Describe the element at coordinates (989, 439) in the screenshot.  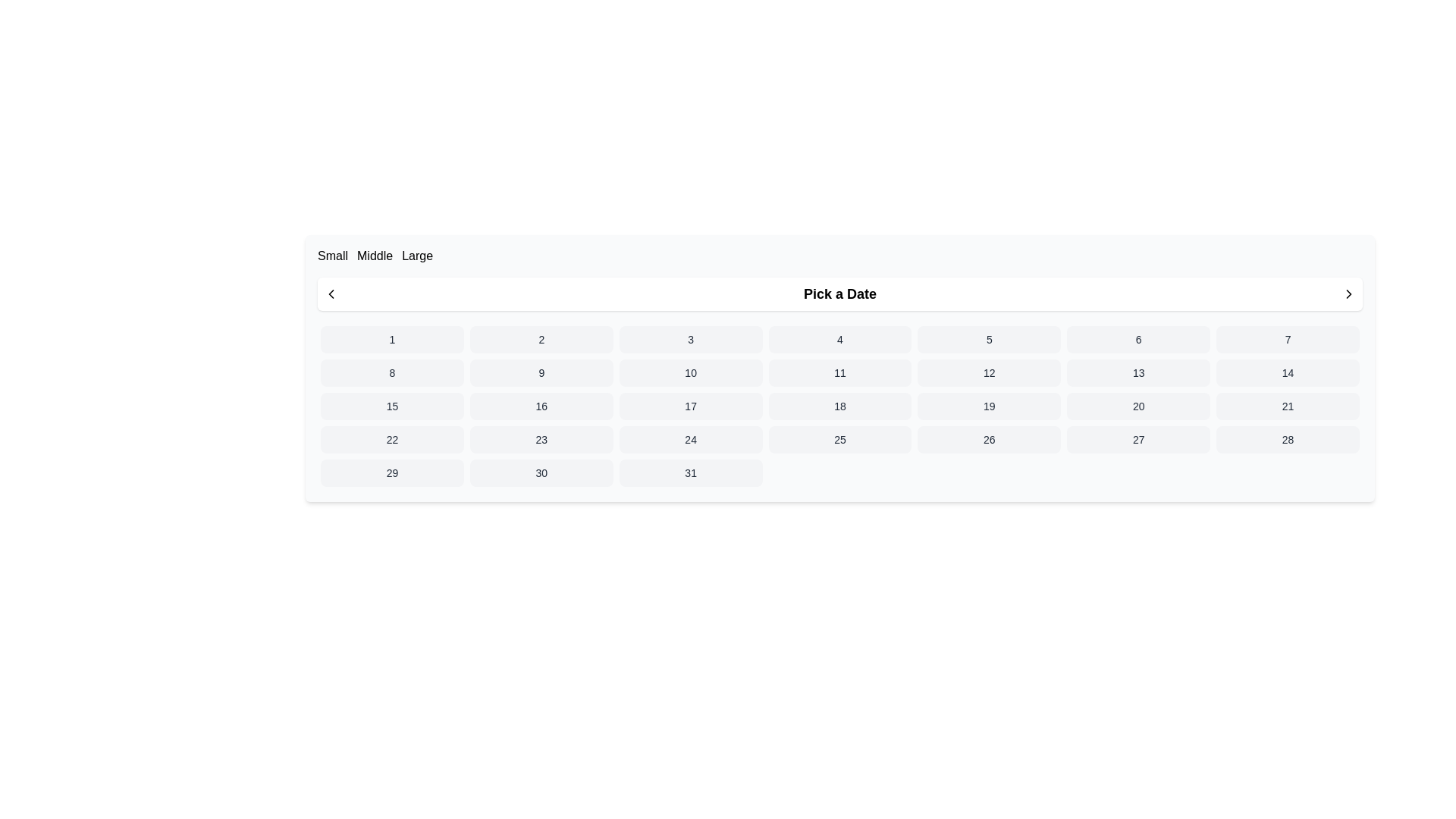
I see `the button representing the 26th day in the calendar interface, located in the sixth column and fourth row of the grid, to change its visual appearance` at that location.